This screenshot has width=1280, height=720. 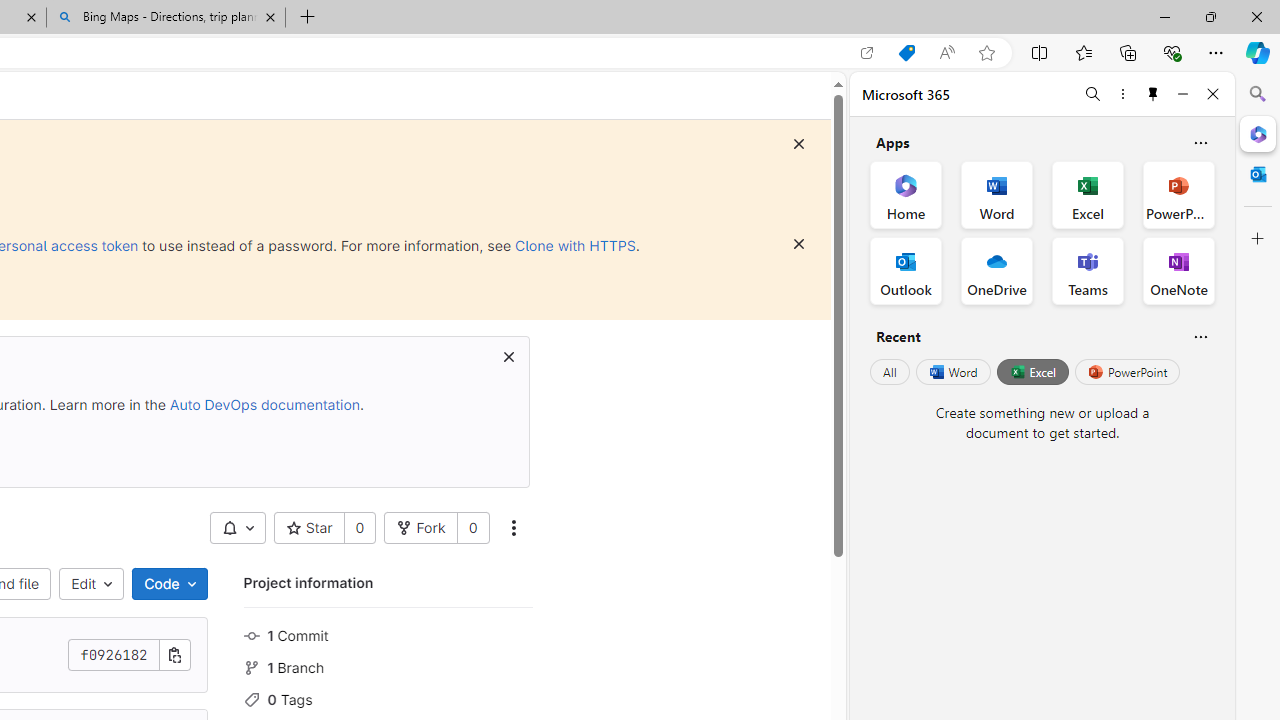 I want to click on 'Fork', so click(x=420, y=527).